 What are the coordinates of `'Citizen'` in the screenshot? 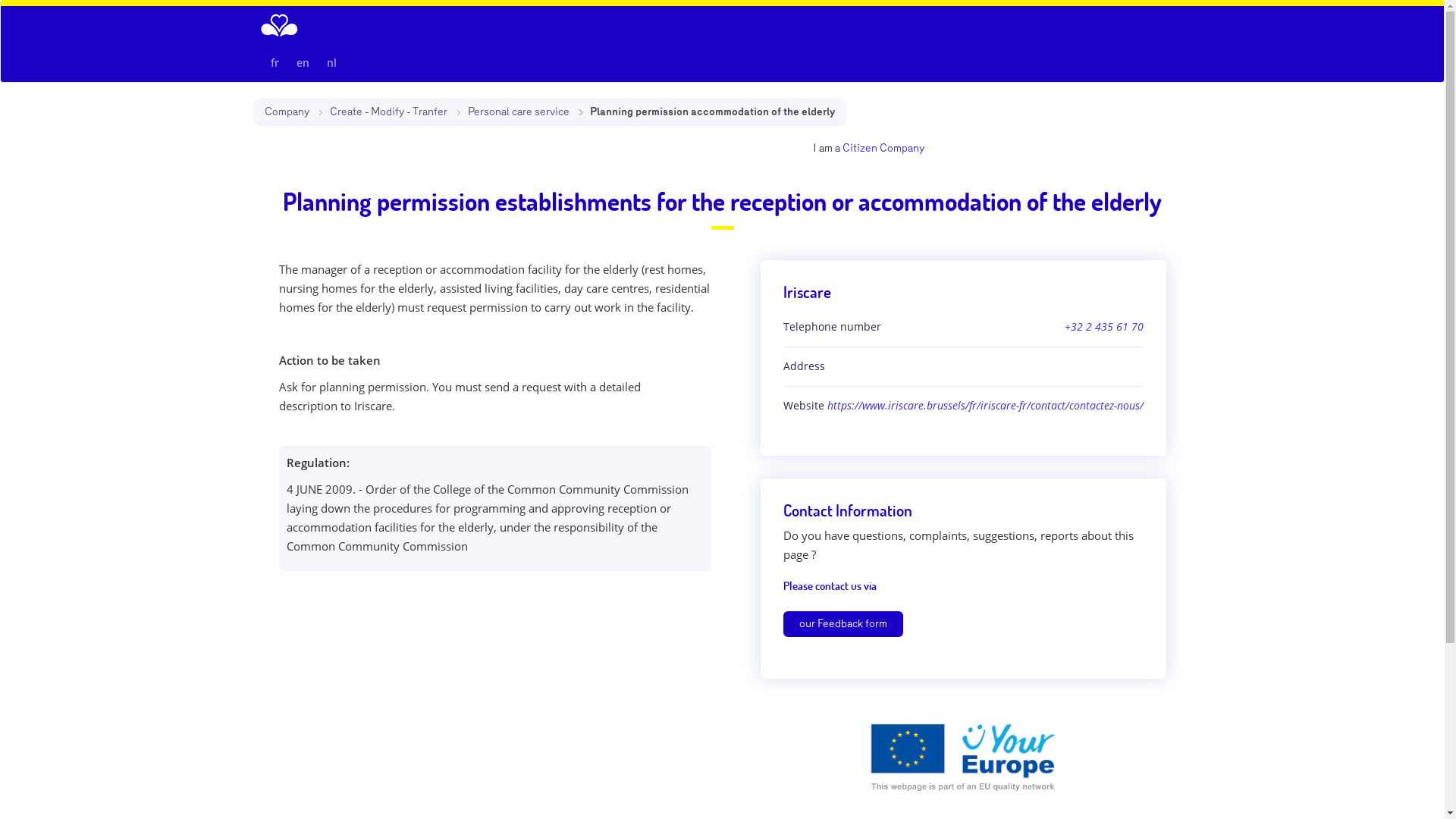 It's located at (858, 148).